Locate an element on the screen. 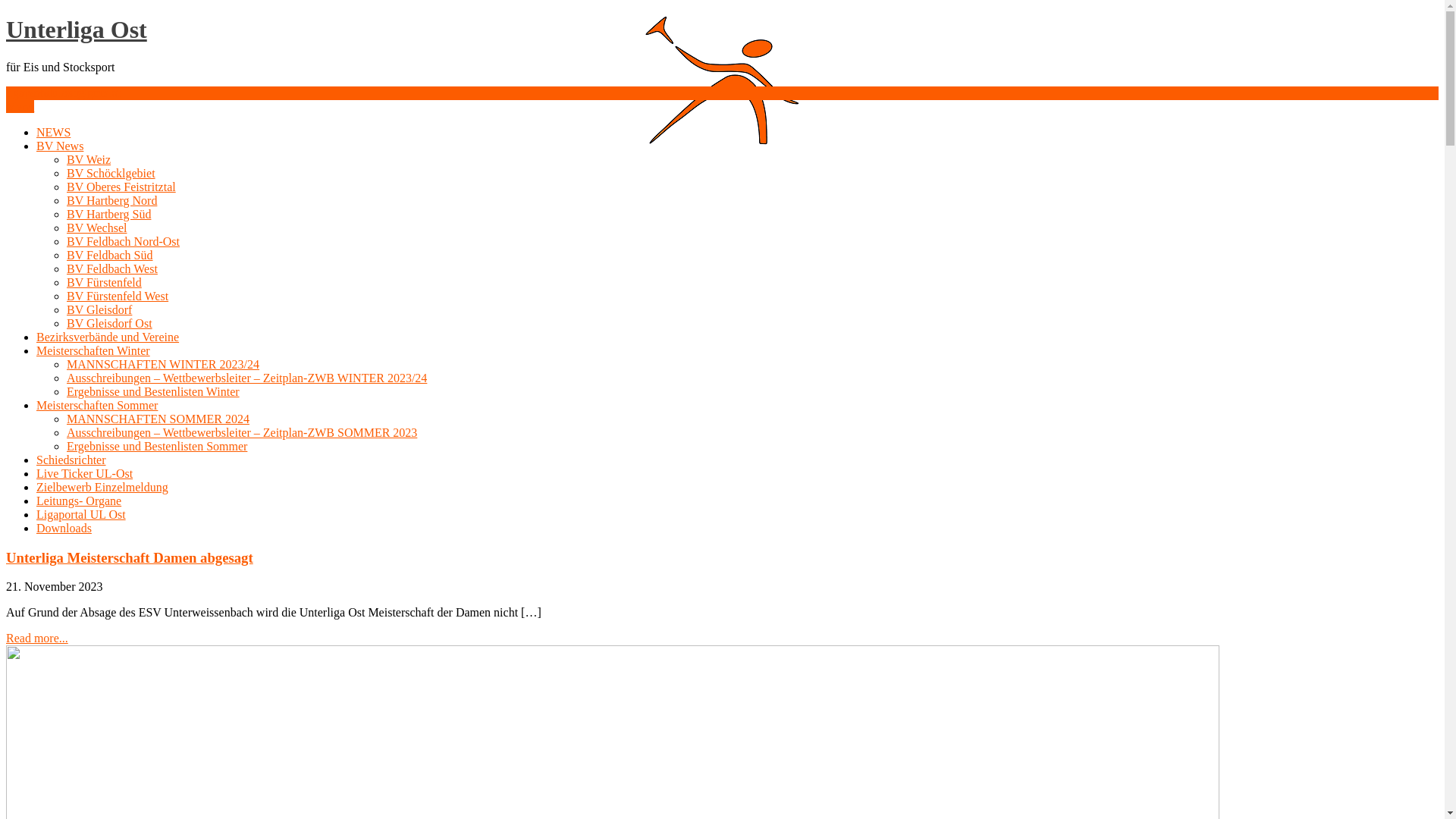  'Leitungs- Organe' is located at coordinates (36, 500).